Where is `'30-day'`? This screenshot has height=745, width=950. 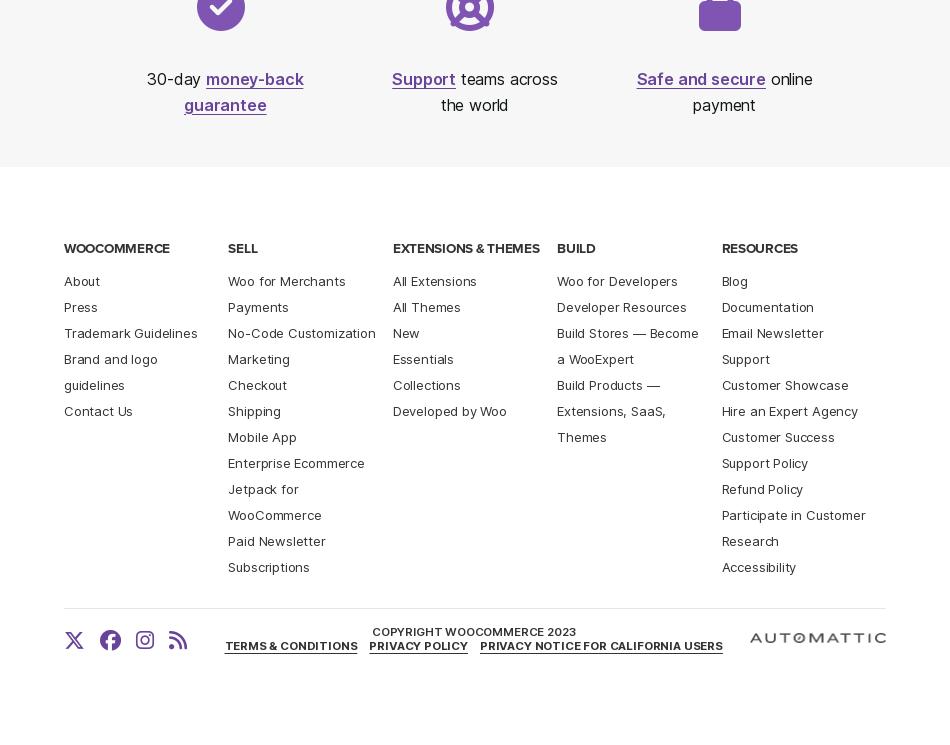 '30-day' is located at coordinates (176, 78).